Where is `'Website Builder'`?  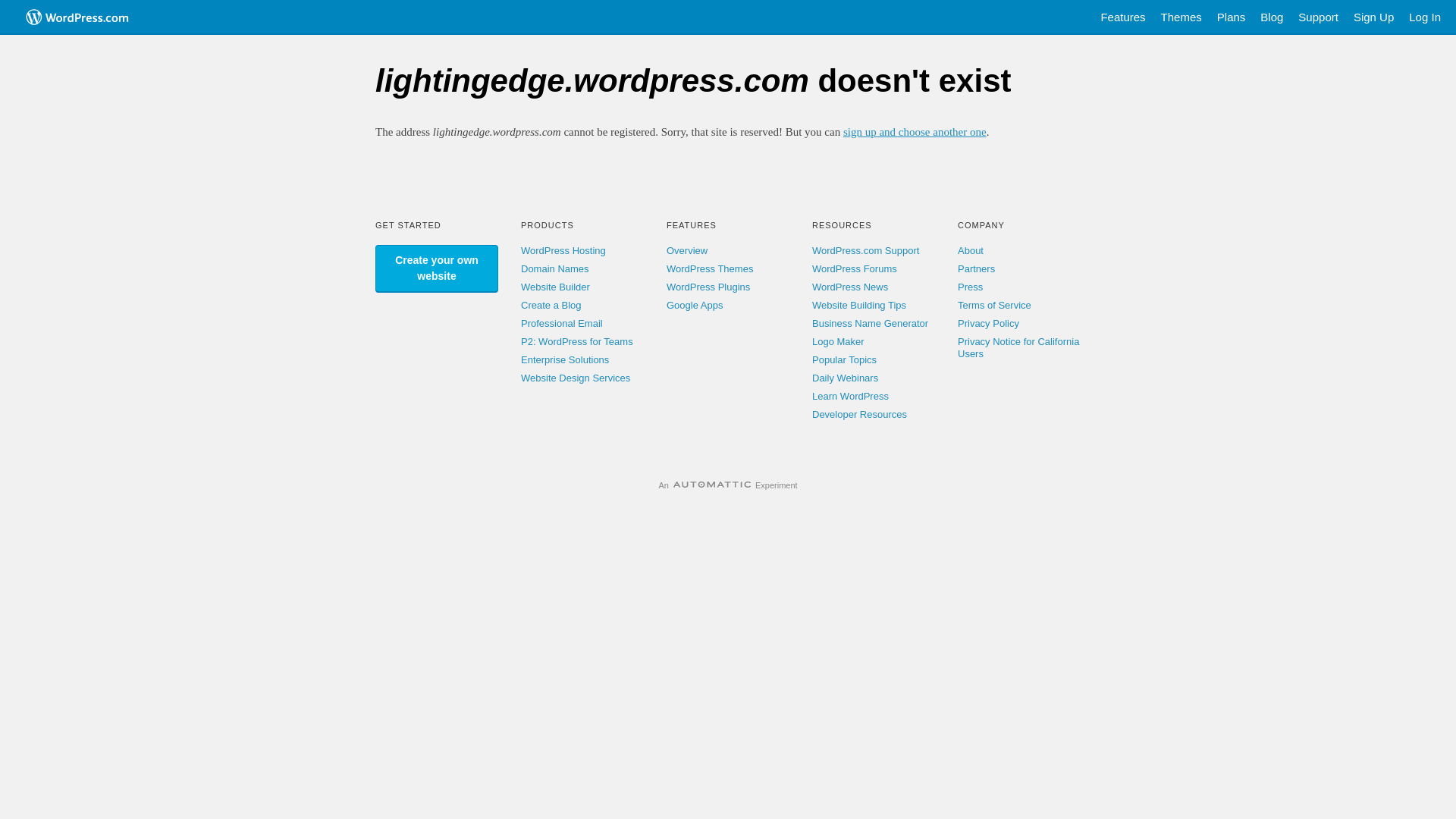 'Website Builder' is located at coordinates (520, 287).